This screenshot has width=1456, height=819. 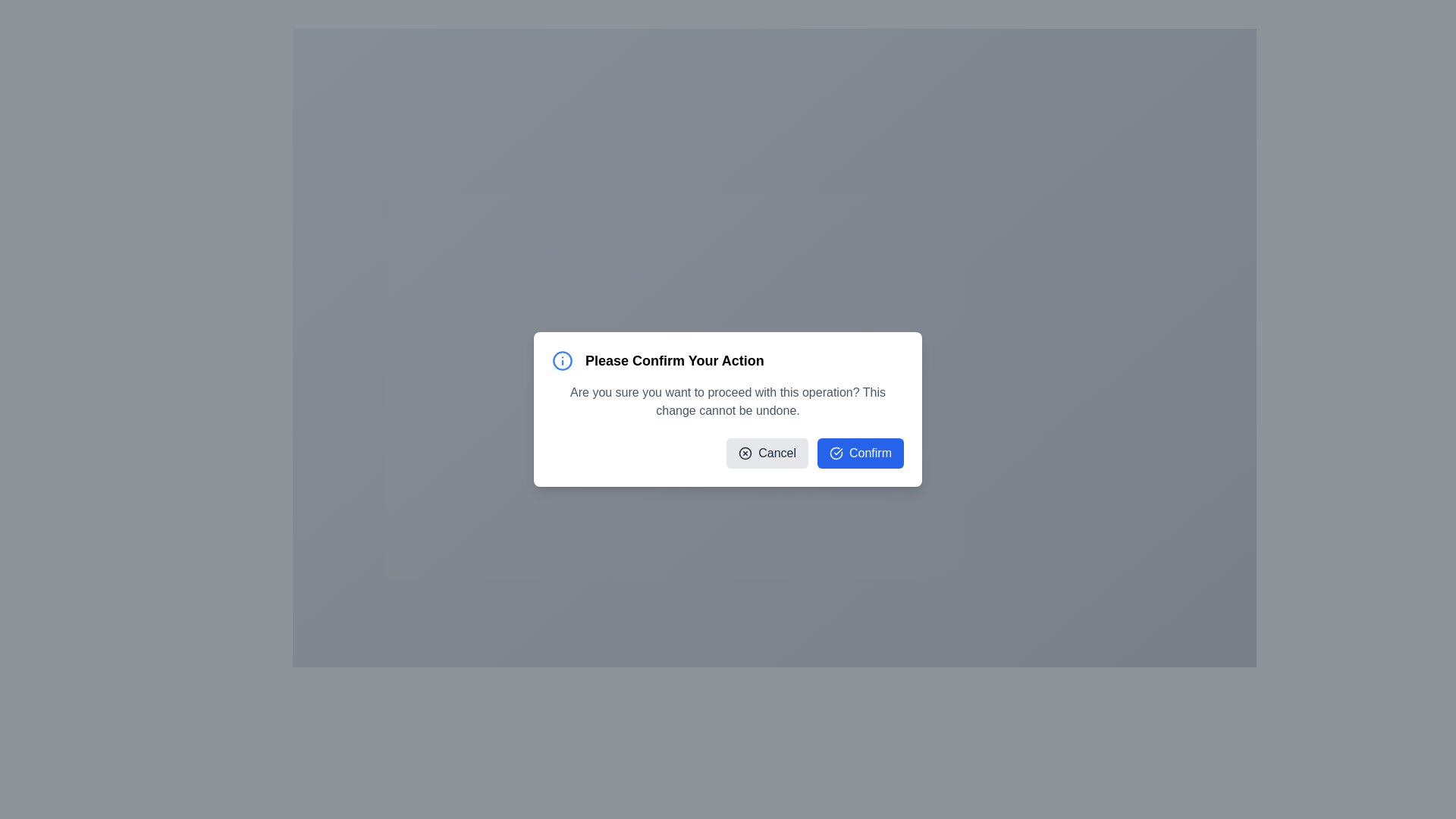 What do you see at coordinates (728, 400) in the screenshot?
I see `the text block displaying the message 'Are you sure you want to proceed with this operation? This change cannot be undone?' which is located within the confirmation dialog box, positioned centrally beneath the title 'Please Confirm Your Action.'` at bounding box center [728, 400].